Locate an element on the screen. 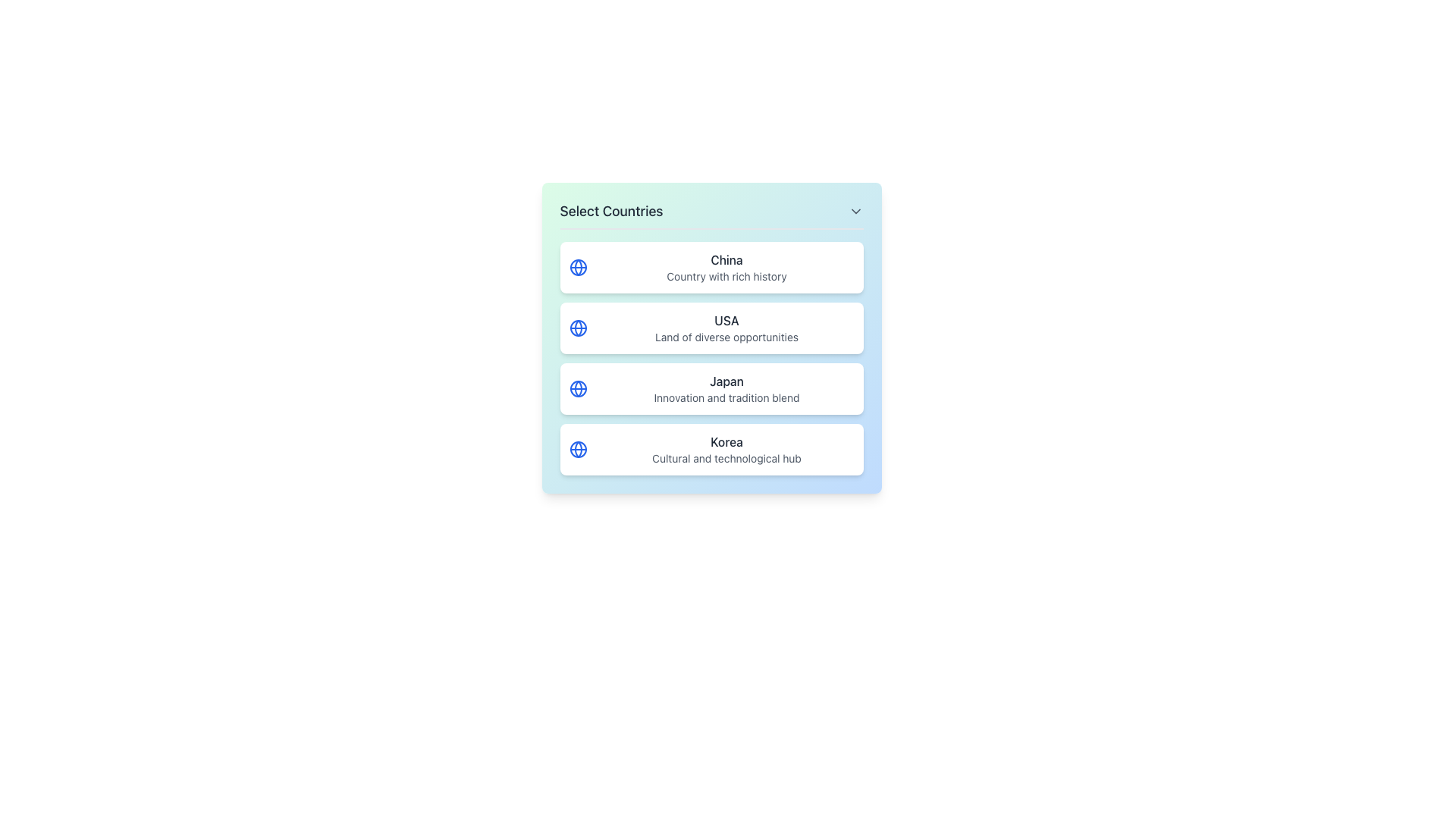 This screenshot has width=1456, height=819. descriptive text label providing information about the country 'Korea', located directly below the primary heading 'Korea' in the vertical list of entries is located at coordinates (726, 458).